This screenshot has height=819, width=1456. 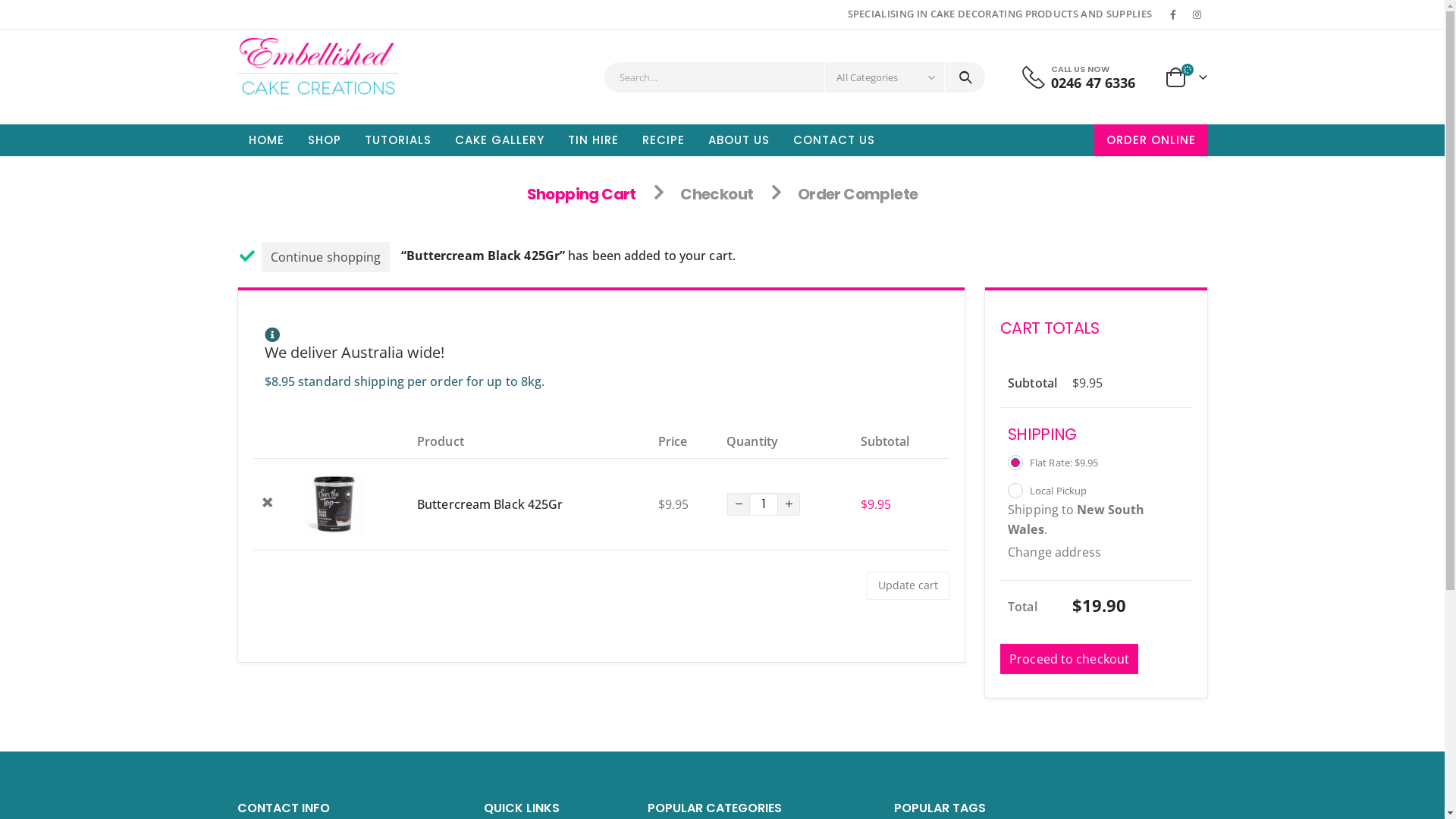 I want to click on 'ABOUT US', so click(x=695, y=140).